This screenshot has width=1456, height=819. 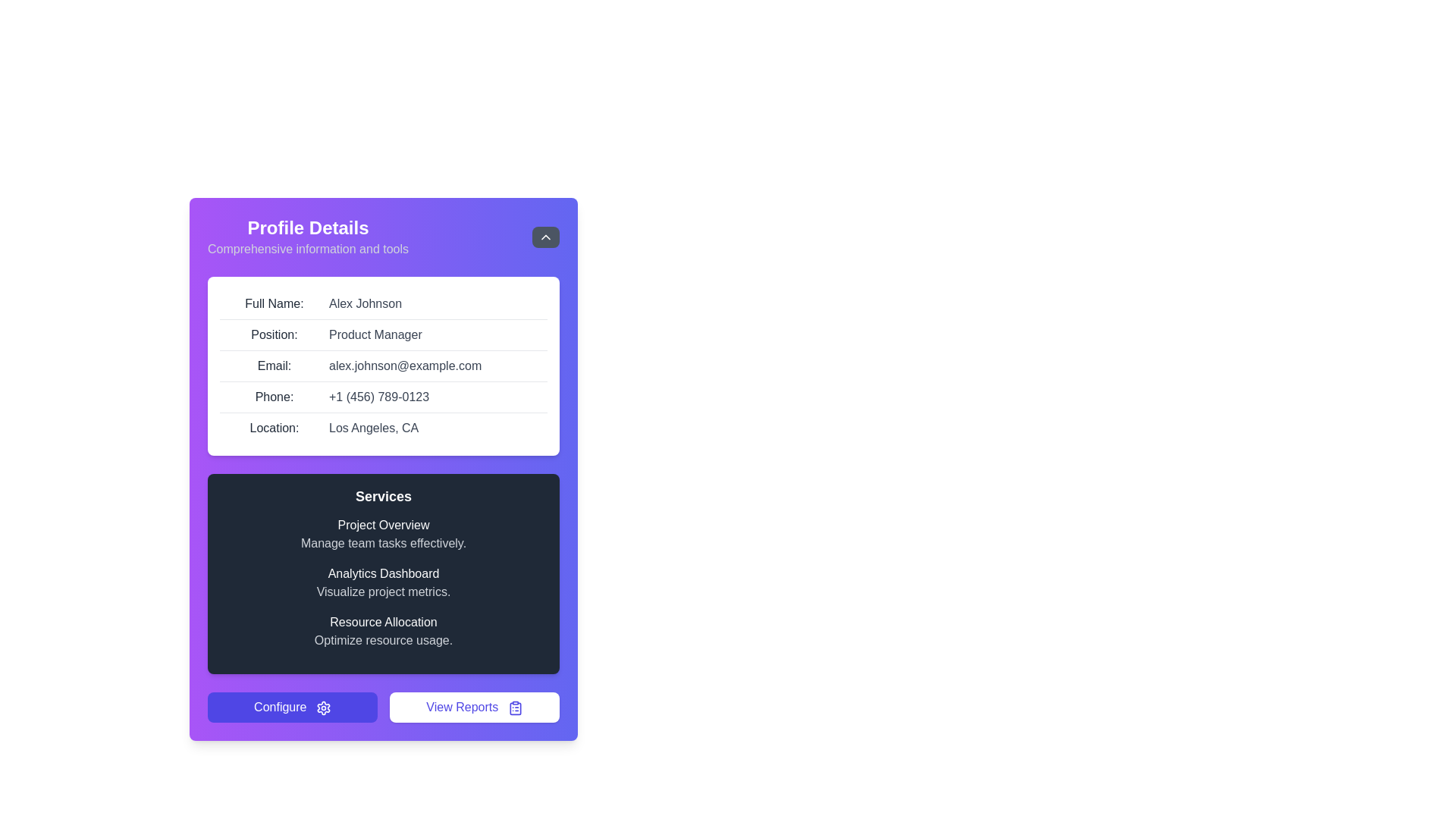 What do you see at coordinates (322, 708) in the screenshot?
I see `the settings/configuration icon within the 'Configure' button to initiate configuration` at bounding box center [322, 708].